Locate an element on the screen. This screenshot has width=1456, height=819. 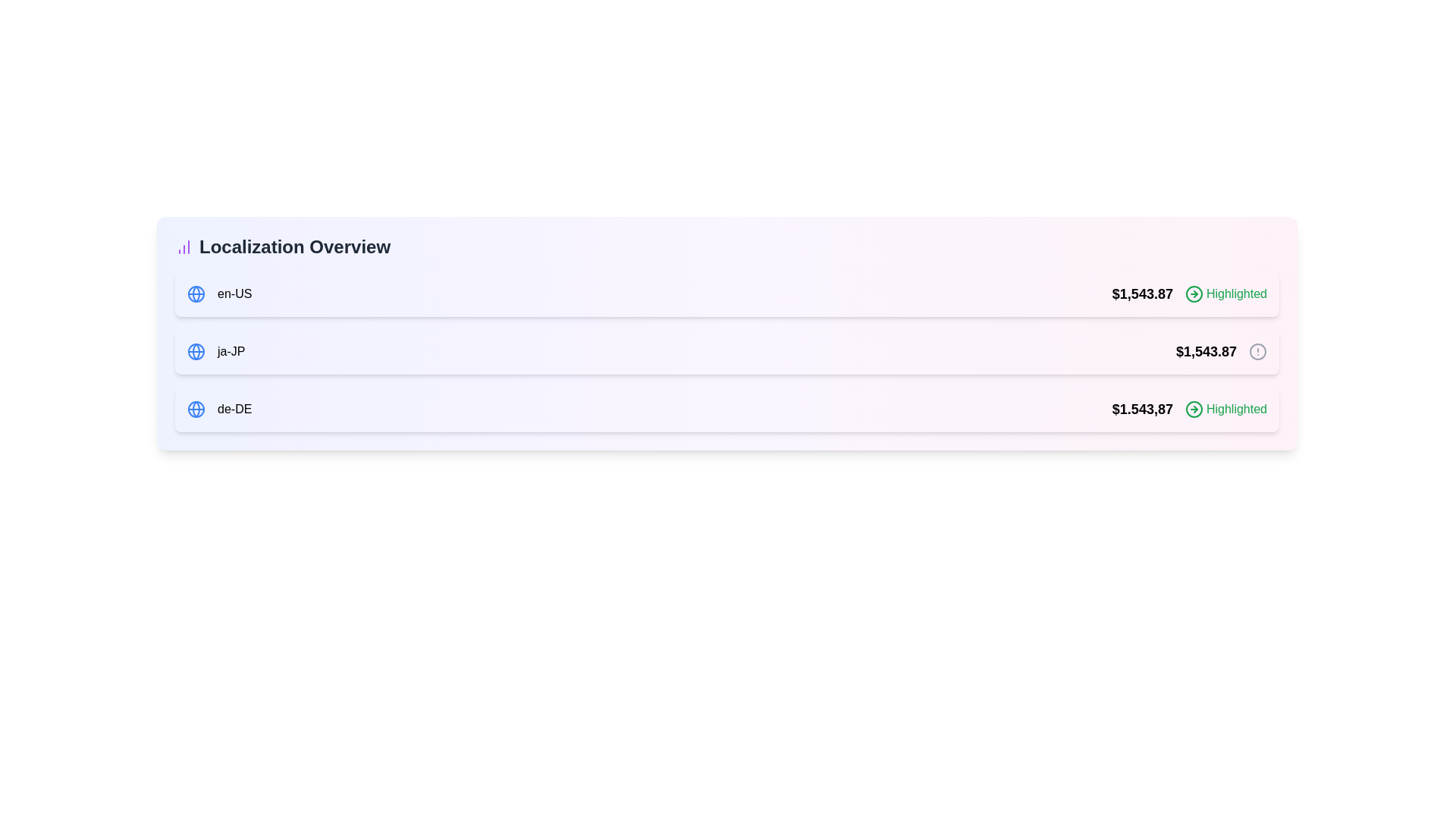
the row displaying the monetary value associated with the 'ja-JP' locale is located at coordinates (1221, 351).